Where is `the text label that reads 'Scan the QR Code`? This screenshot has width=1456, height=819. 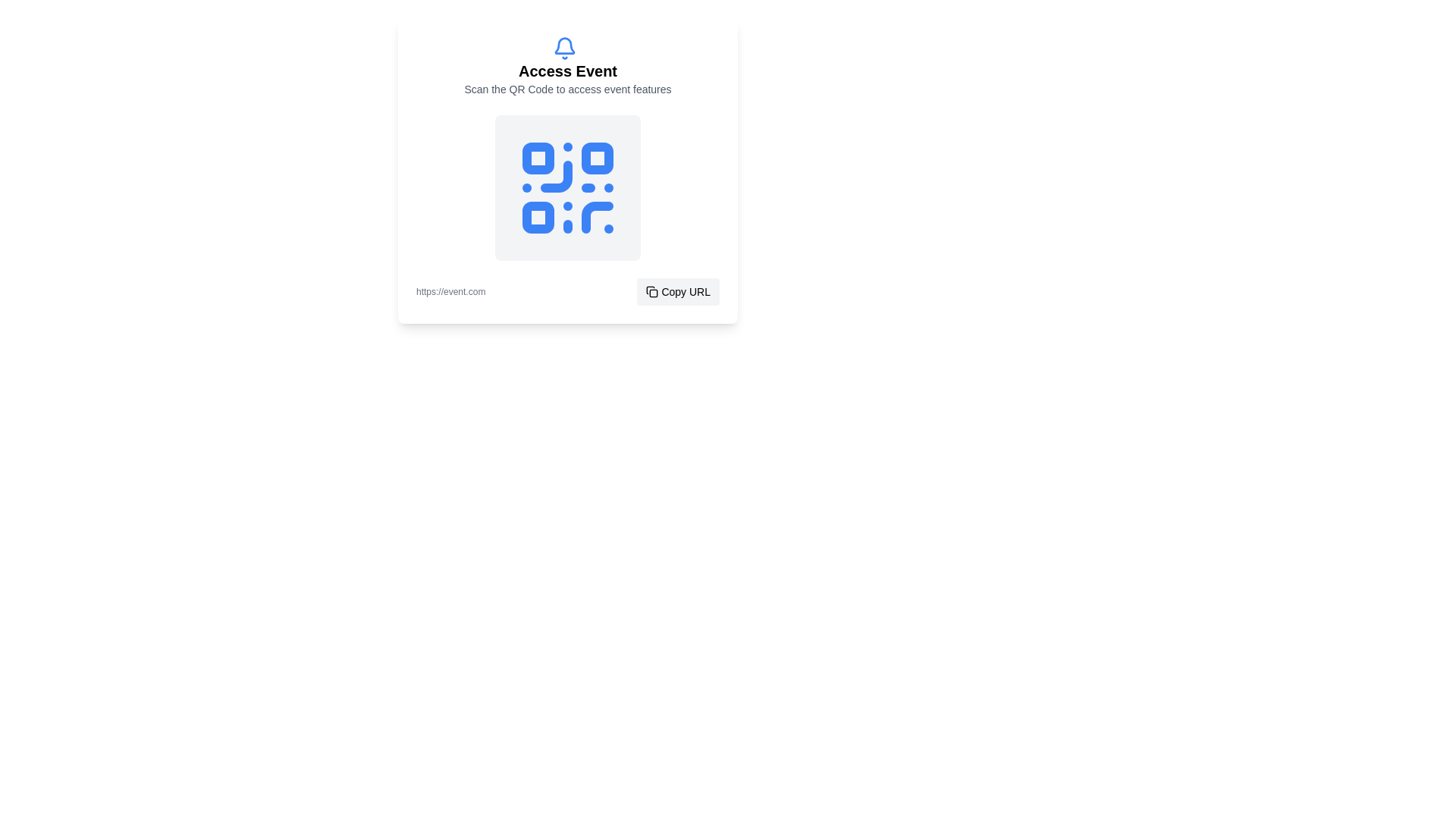 the text label that reads 'Scan the QR Code is located at coordinates (566, 89).